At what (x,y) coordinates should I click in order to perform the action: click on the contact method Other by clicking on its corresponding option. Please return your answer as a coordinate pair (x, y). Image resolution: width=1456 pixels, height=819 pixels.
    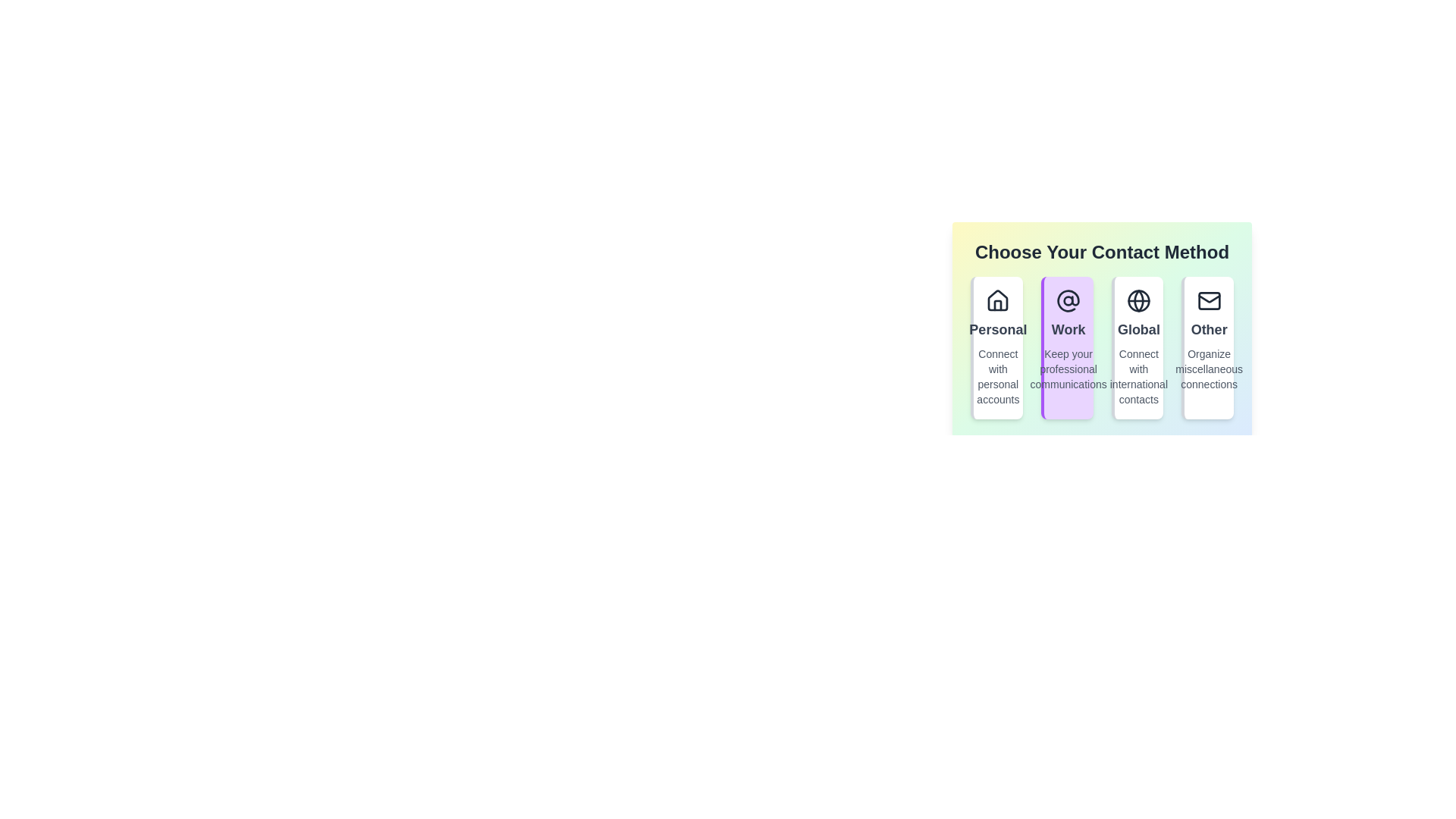
    Looking at the image, I should click on (1207, 348).